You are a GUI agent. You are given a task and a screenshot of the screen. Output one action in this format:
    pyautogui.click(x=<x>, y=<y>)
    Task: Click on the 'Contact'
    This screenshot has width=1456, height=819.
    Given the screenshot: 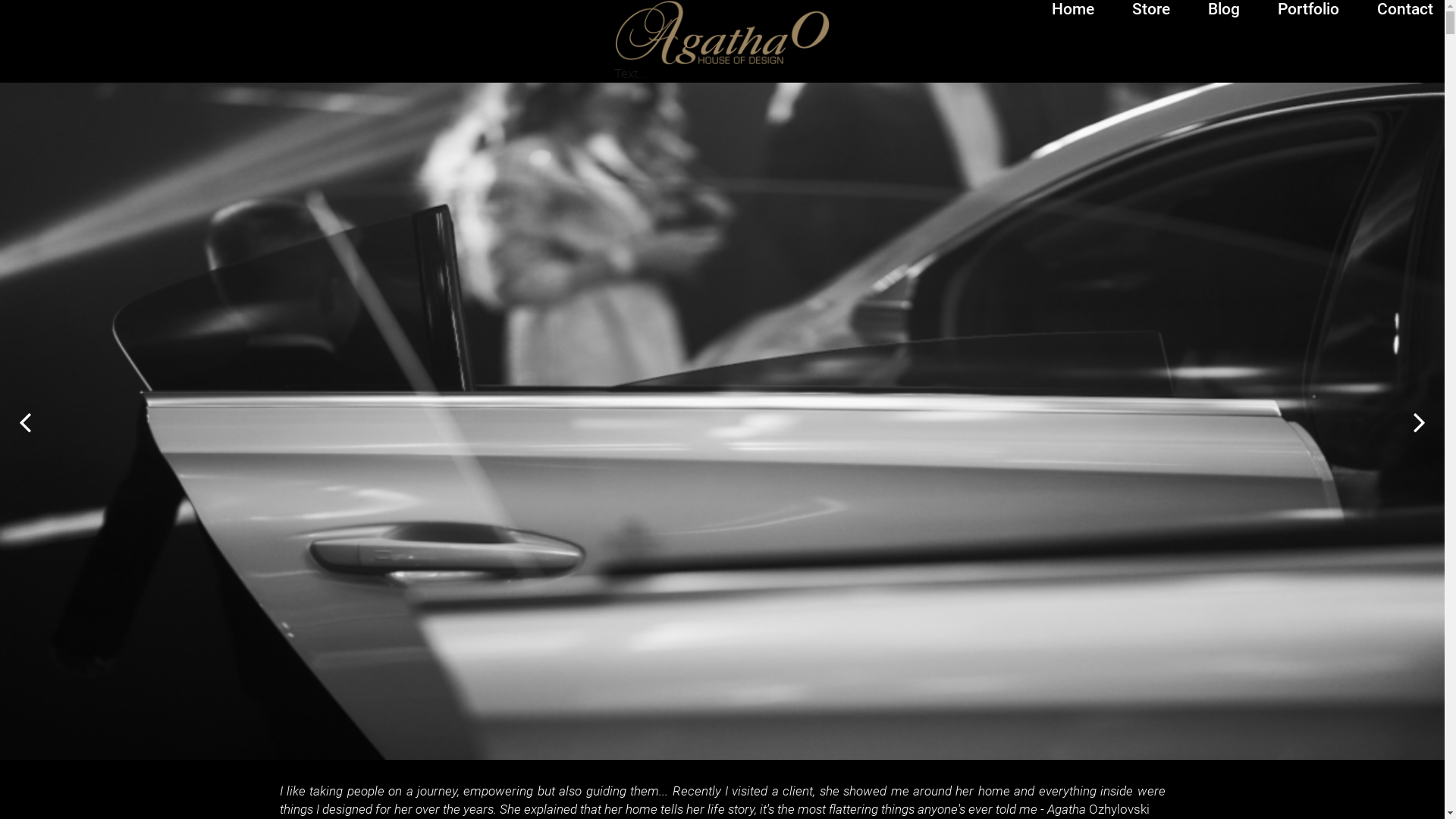 What is the action you would take?
    pyautogui.click(x=1404, y=8)
    